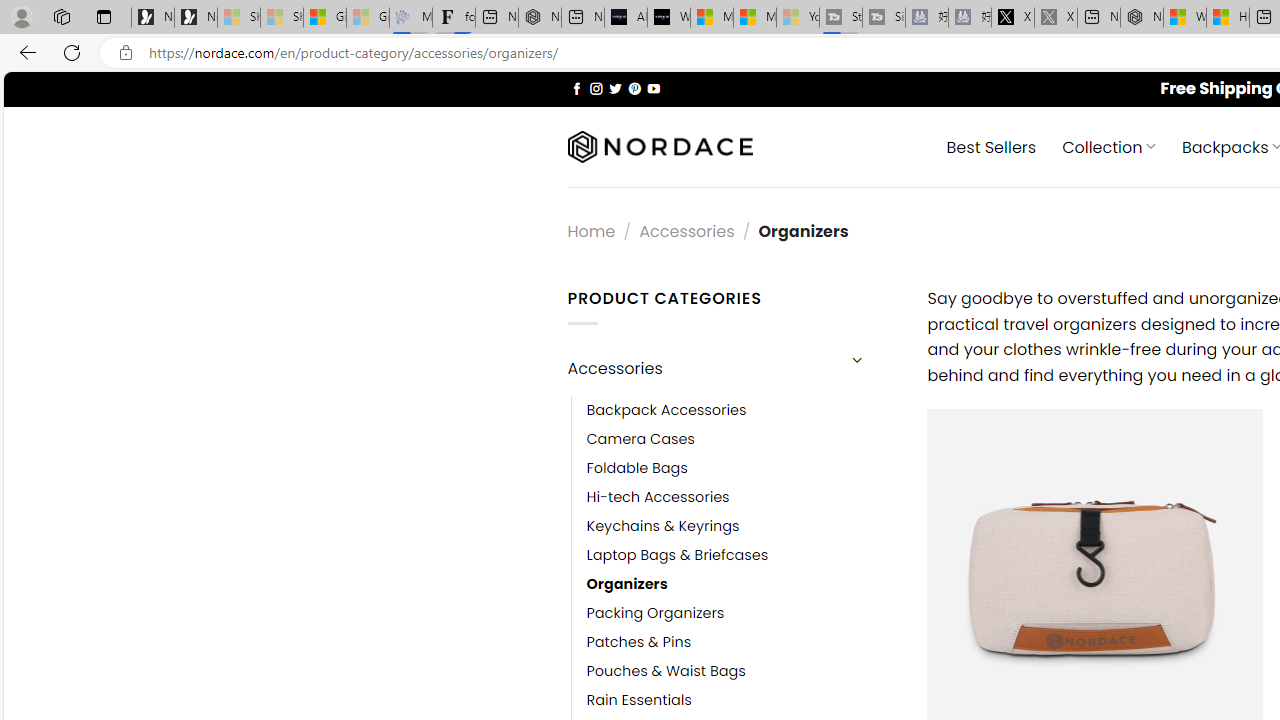 This screenshot has height=720, width=1280. Describe the element at coordinates (638, 642) in the screenshot. I see `'Patches & Pins'` at that location.